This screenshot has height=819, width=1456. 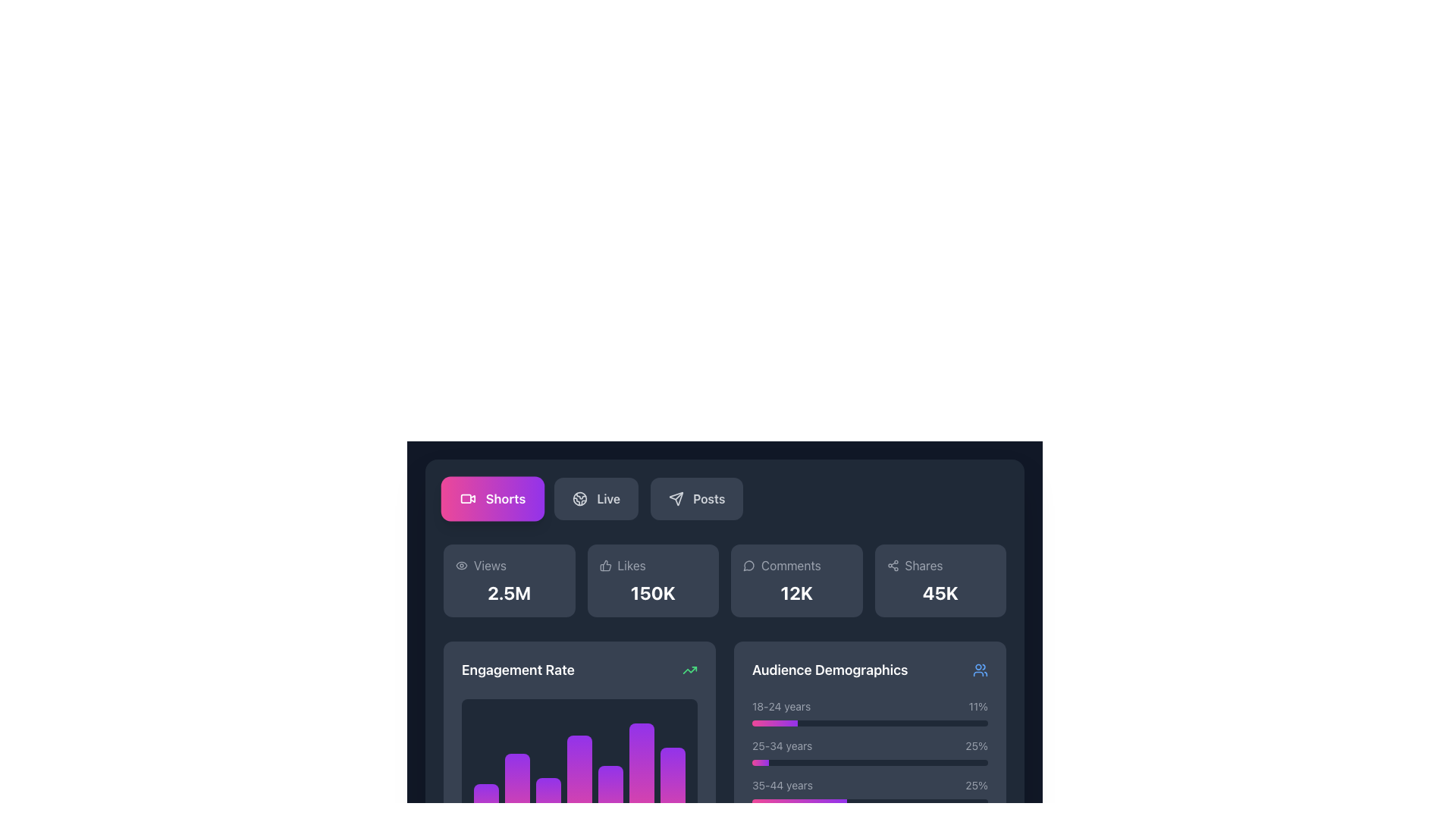 I want to click on the thumbs-up icon representing the 'Likes' feature, which is located to the left of the '150K' indicator and to the right of the label text, so click(x=604, y=565).